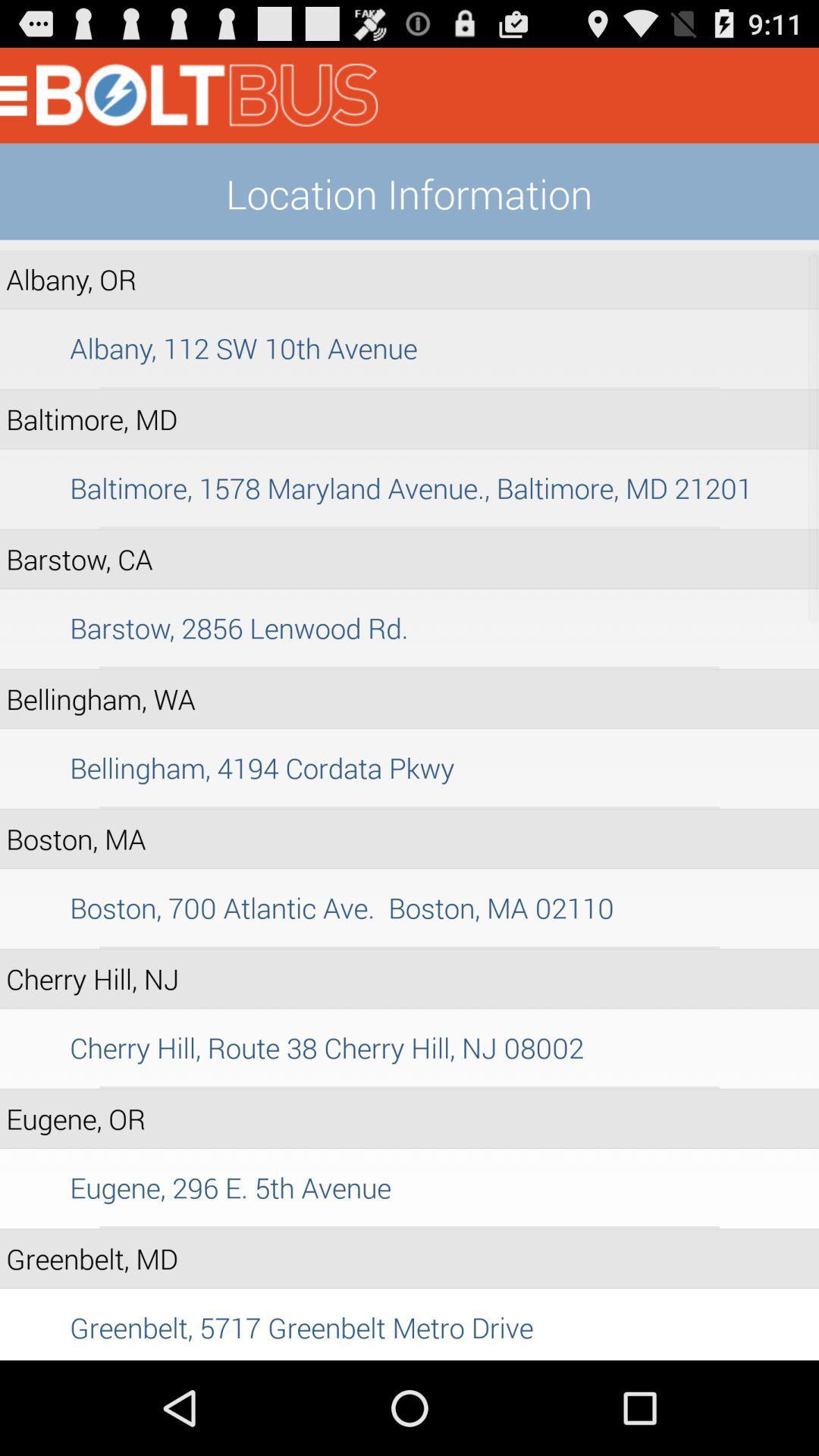 This screenshot has width=819, height=1456. I want to click on icon above the cherry hill, nj item, so click(409, 946).